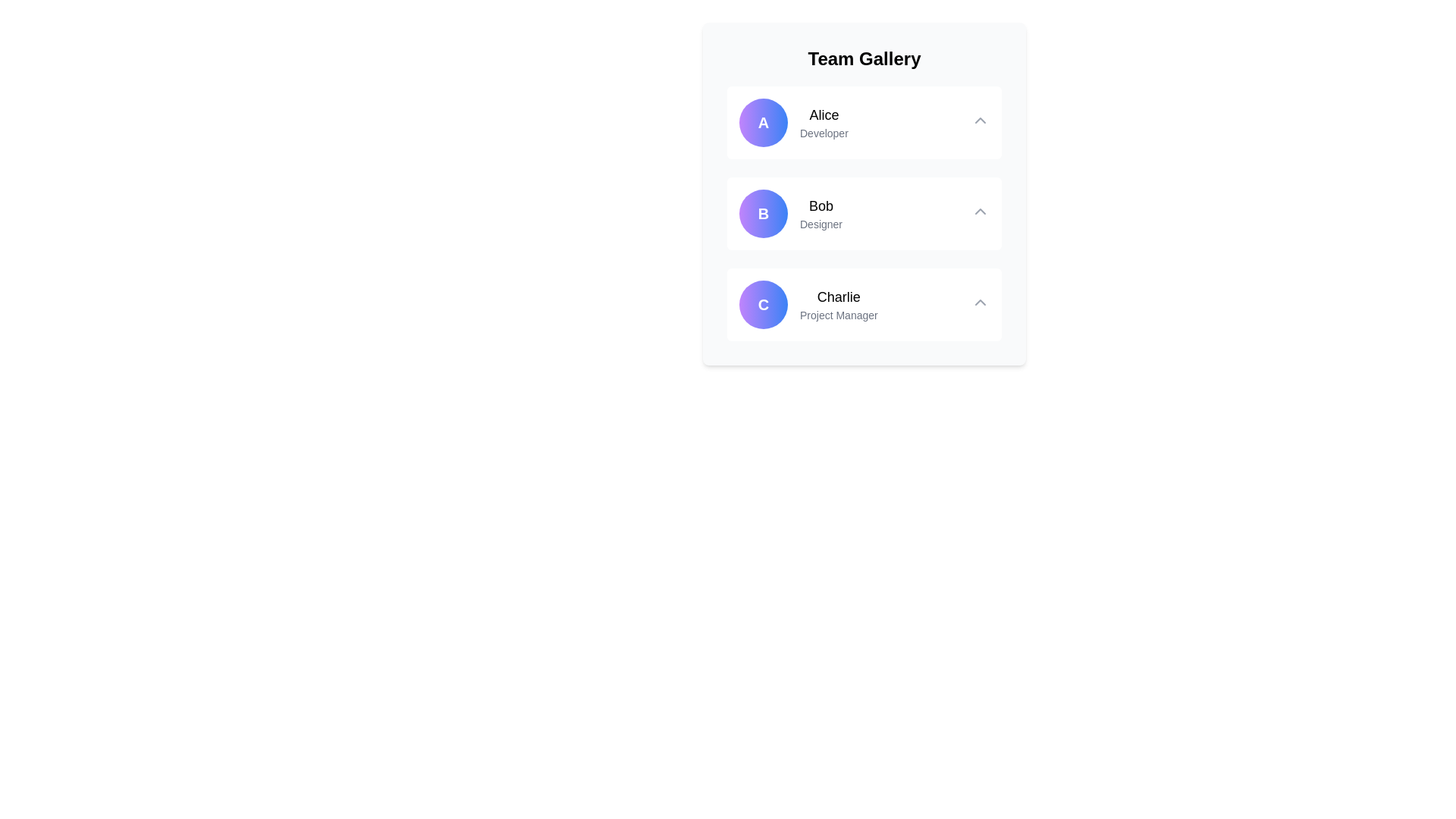  I want to click on the profile card representing a team member, which is the second item in the vertical list under the 'Team Gallery' section, so click(789, 213).